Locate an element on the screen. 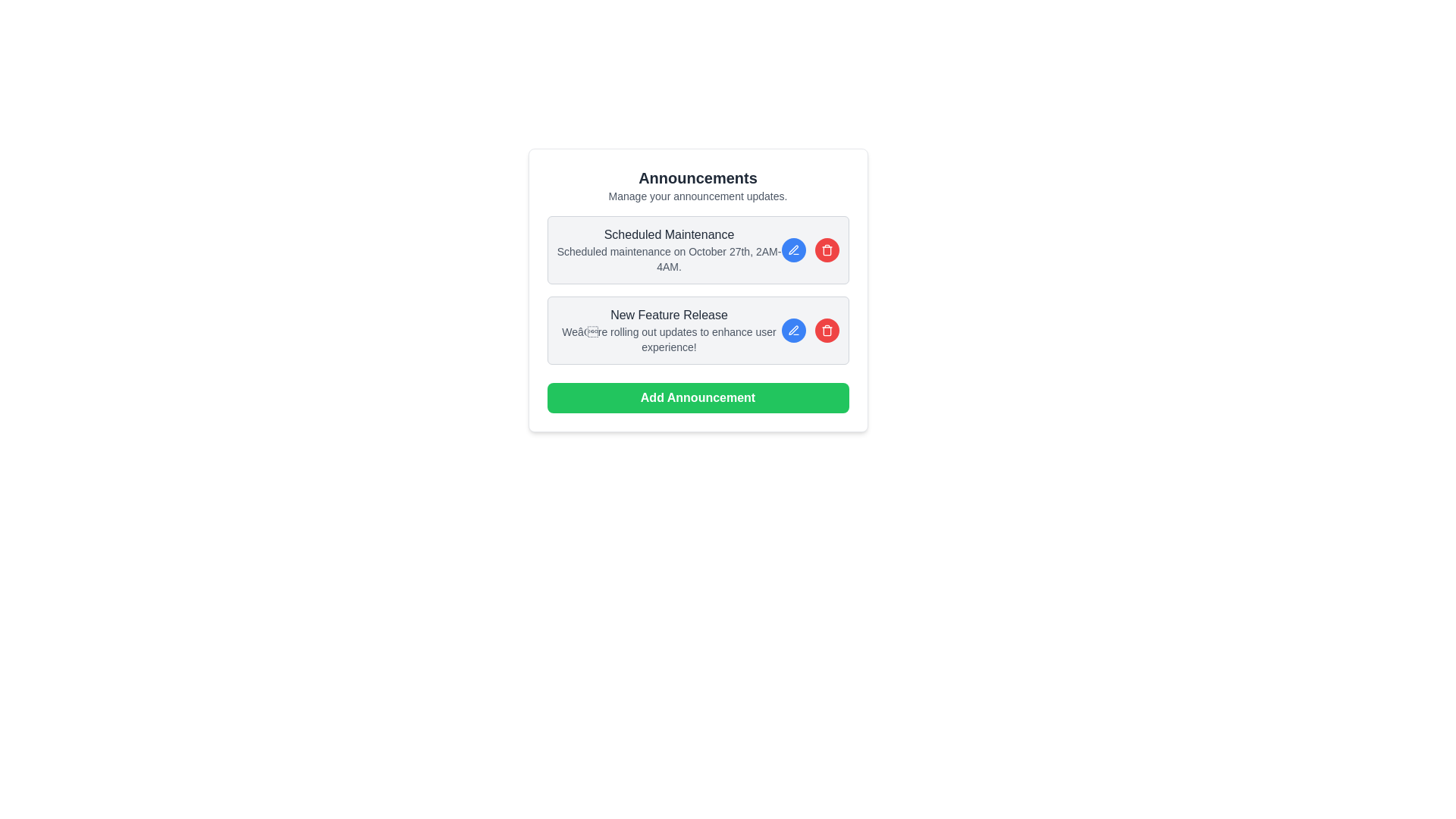  the delete icon button located in the second row of announcement items, positioned to the far right side is located at coordinates (826, 249).